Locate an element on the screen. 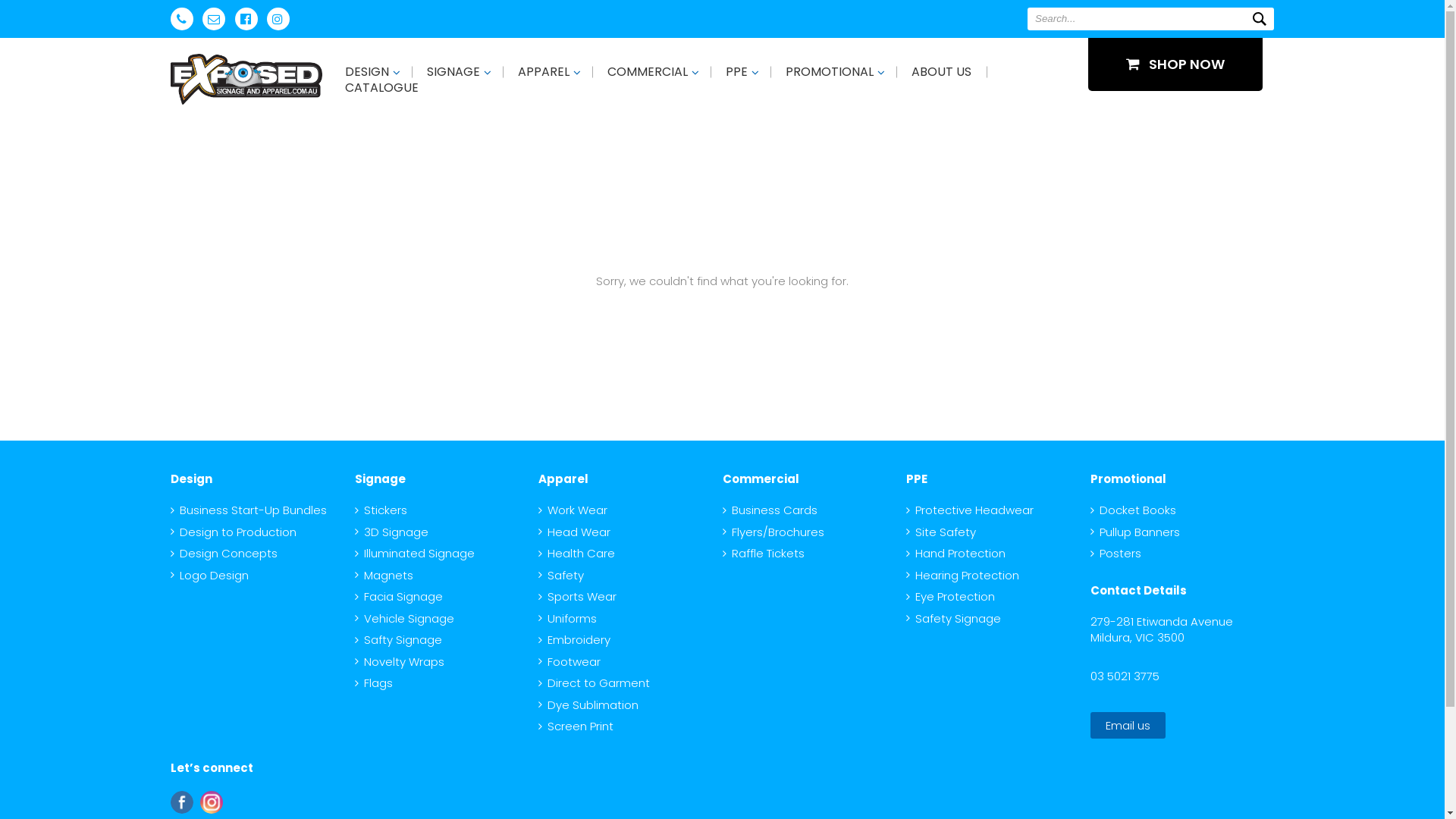  'Contact Details' is located at coordinates (1138, 589).